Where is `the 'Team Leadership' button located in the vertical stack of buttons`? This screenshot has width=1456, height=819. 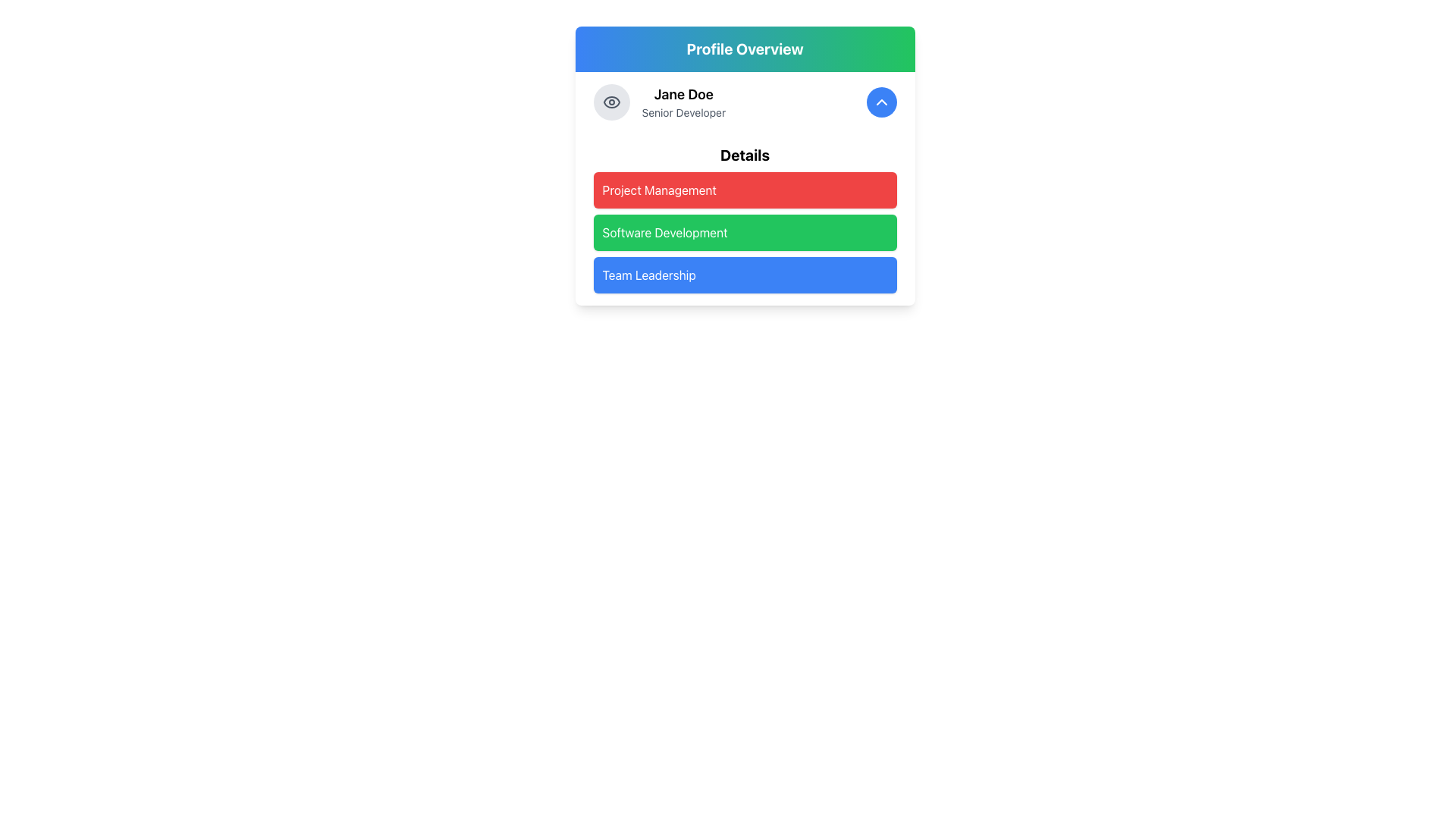
the 'Team Leadership' button located in the vertical stack of buttons is located at coordinates (745, 275).